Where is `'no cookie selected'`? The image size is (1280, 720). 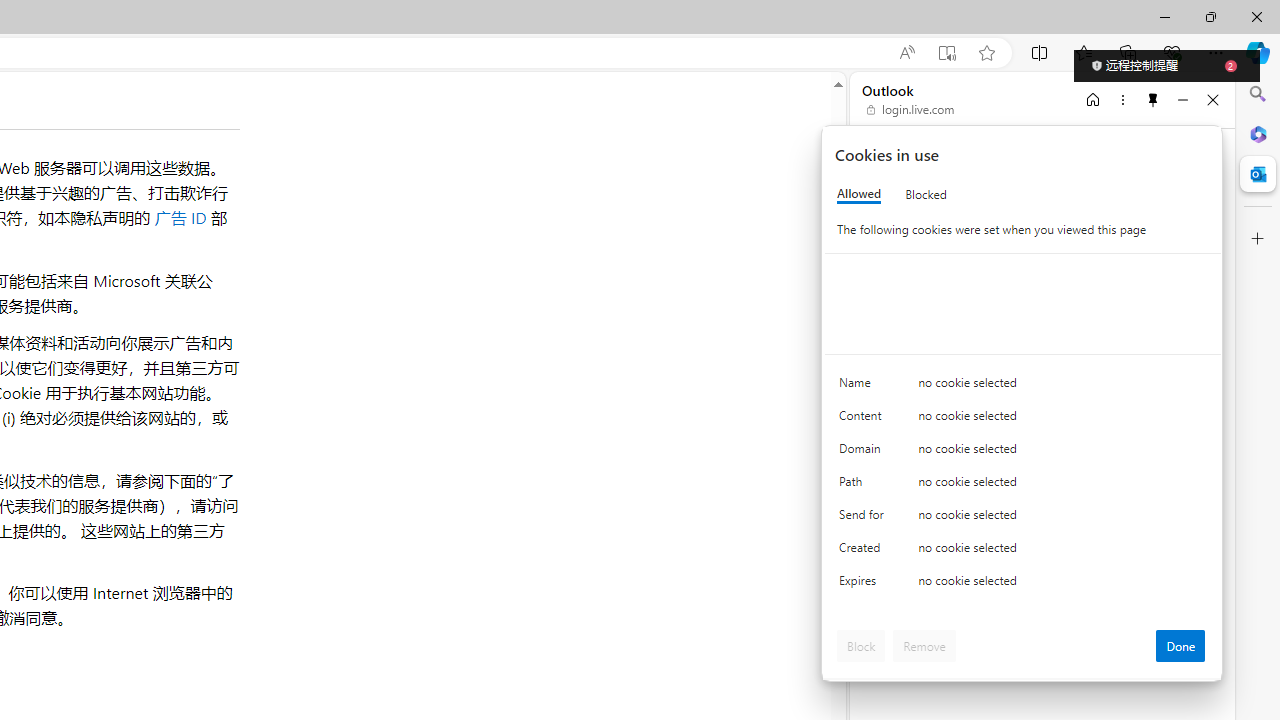 'no cookie selected' is located at coordinates (1061, 585).